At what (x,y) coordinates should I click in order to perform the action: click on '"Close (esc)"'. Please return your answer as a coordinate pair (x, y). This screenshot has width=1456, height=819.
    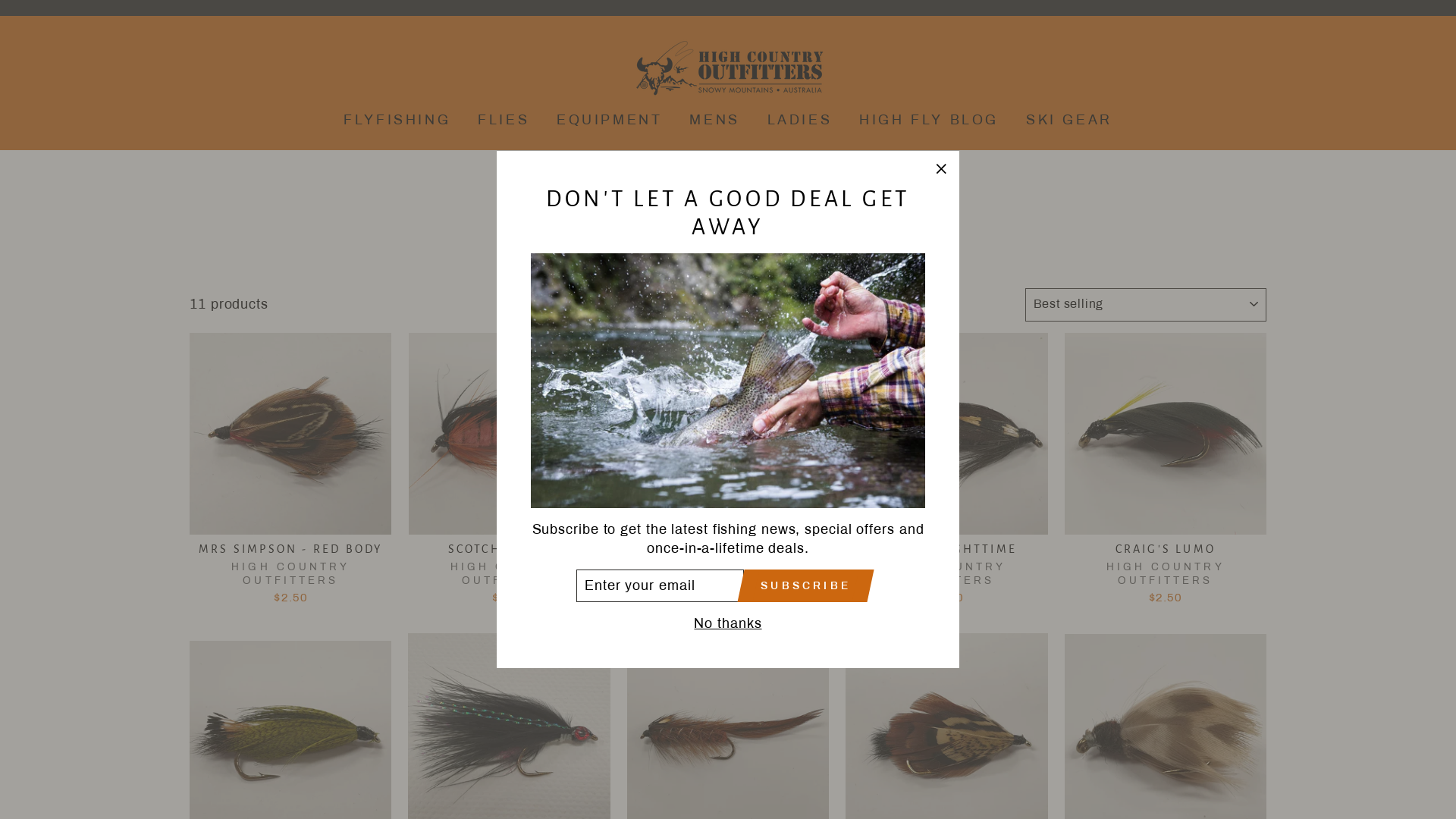
    Looking at the image, I should click on (940, 169).